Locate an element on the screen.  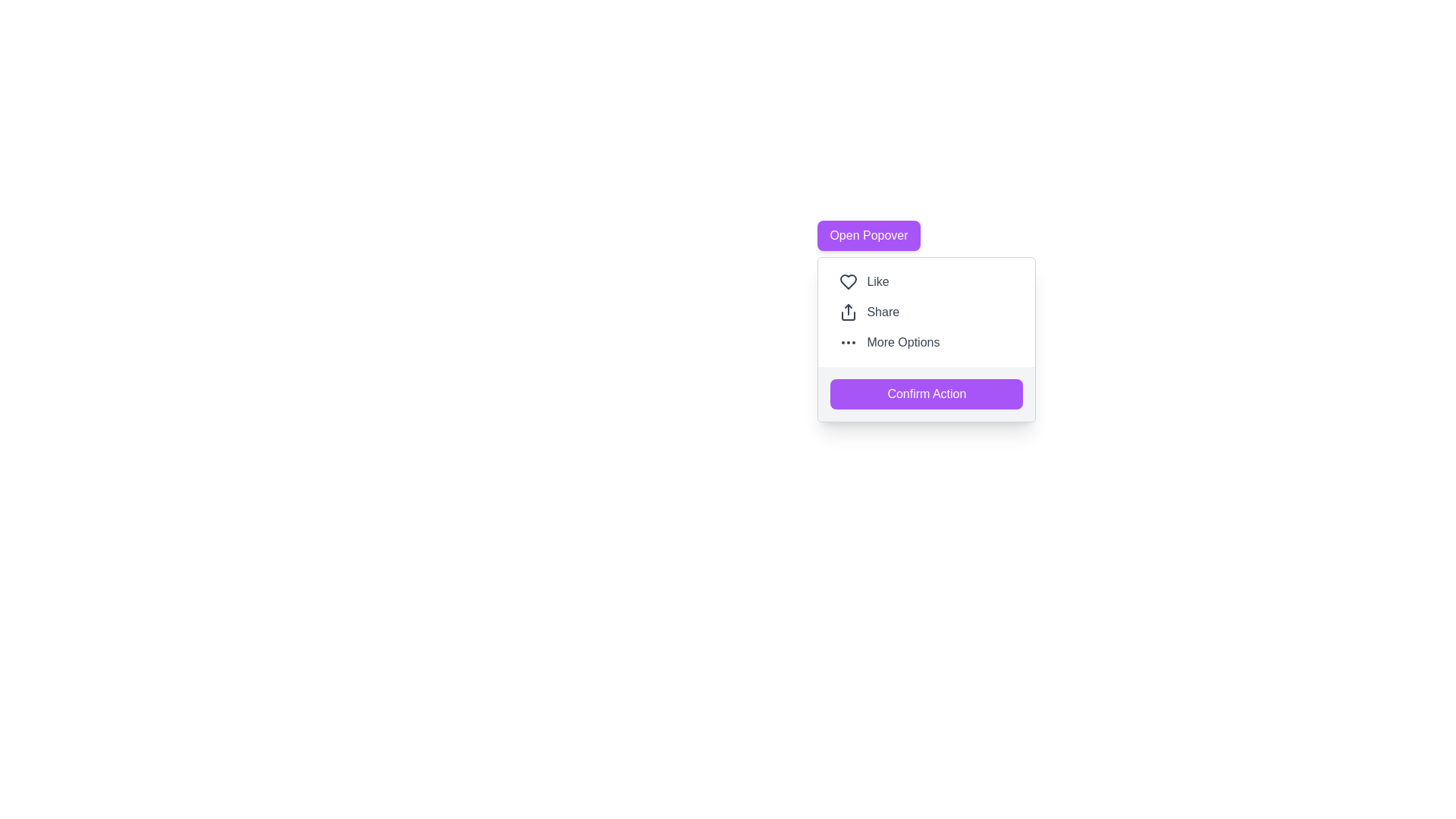
the 'More Options' button, which is the third option in the vertical menu list is located at coordinates (926, 342).